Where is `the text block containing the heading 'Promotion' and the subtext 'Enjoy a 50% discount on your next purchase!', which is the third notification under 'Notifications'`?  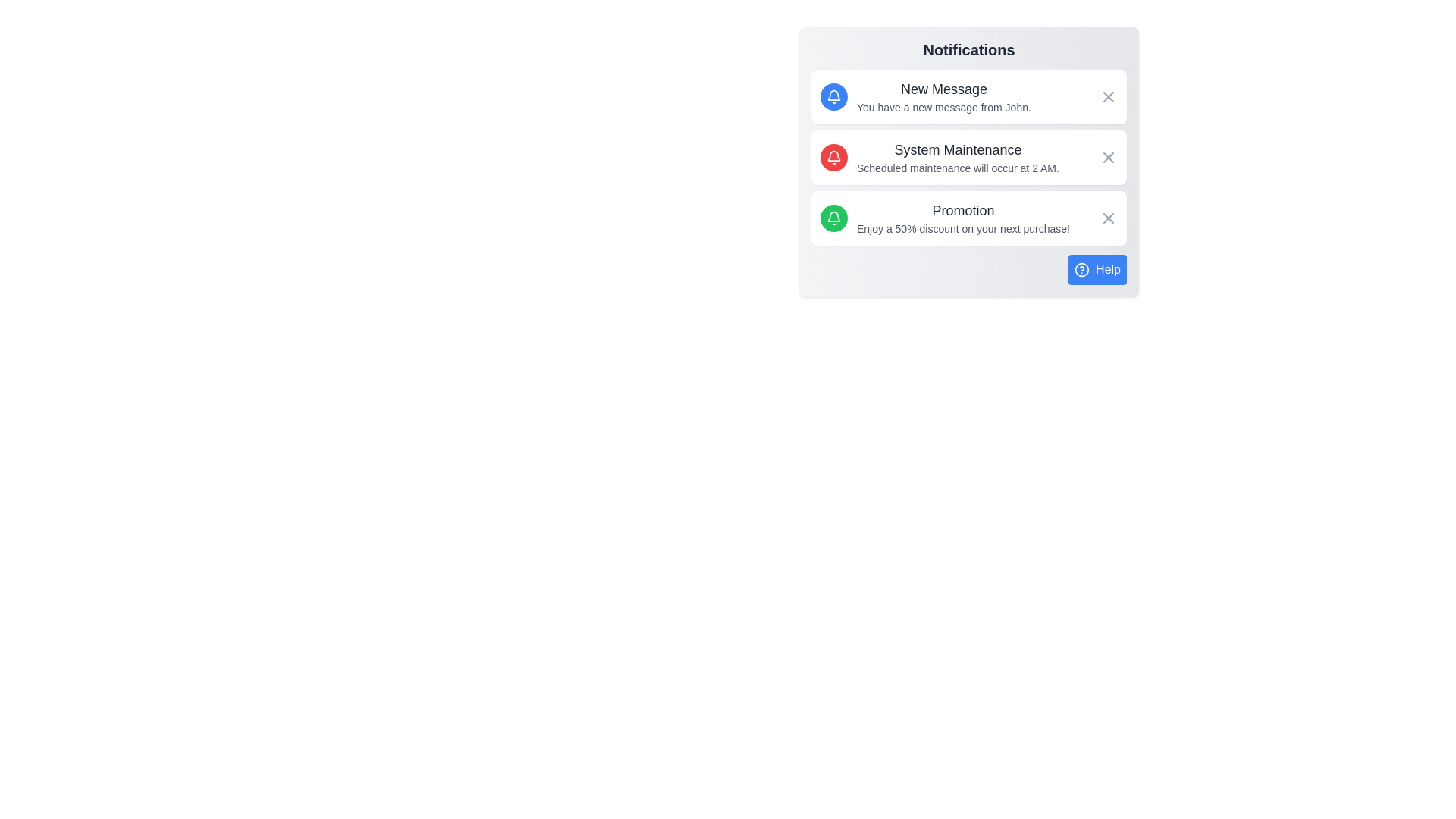
the text block containing the heading 'Promotion' and the subtext 'Enjoy a 50% discount on your next purchase!', which is the third notification under 'Notifications' is located at coordinates (962, 218).